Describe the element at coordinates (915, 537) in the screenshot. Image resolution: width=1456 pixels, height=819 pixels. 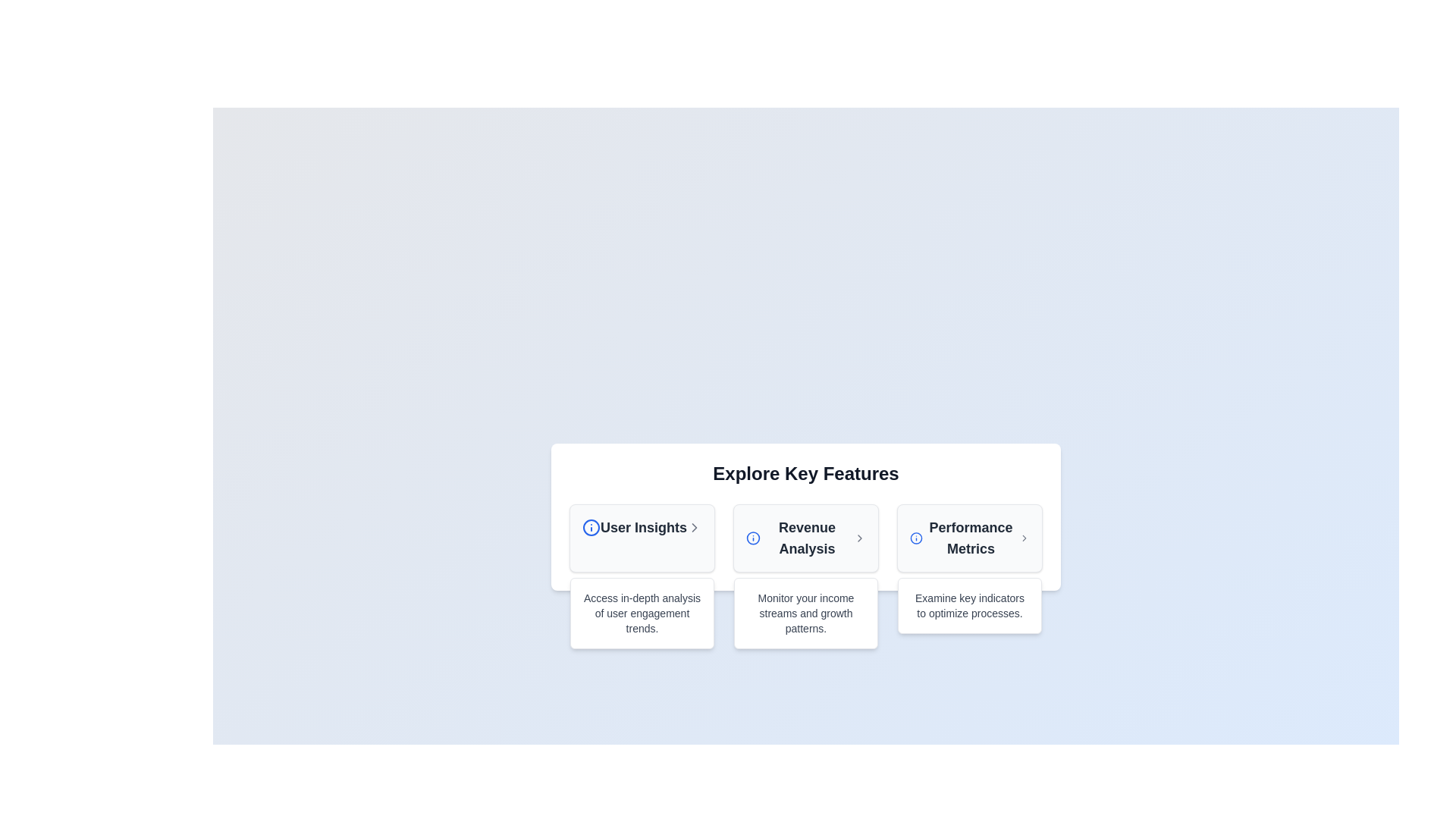
I see `the circular icon representing additional information within the 'Performance Metrics' feature card to trigger the tooltip` at that location.